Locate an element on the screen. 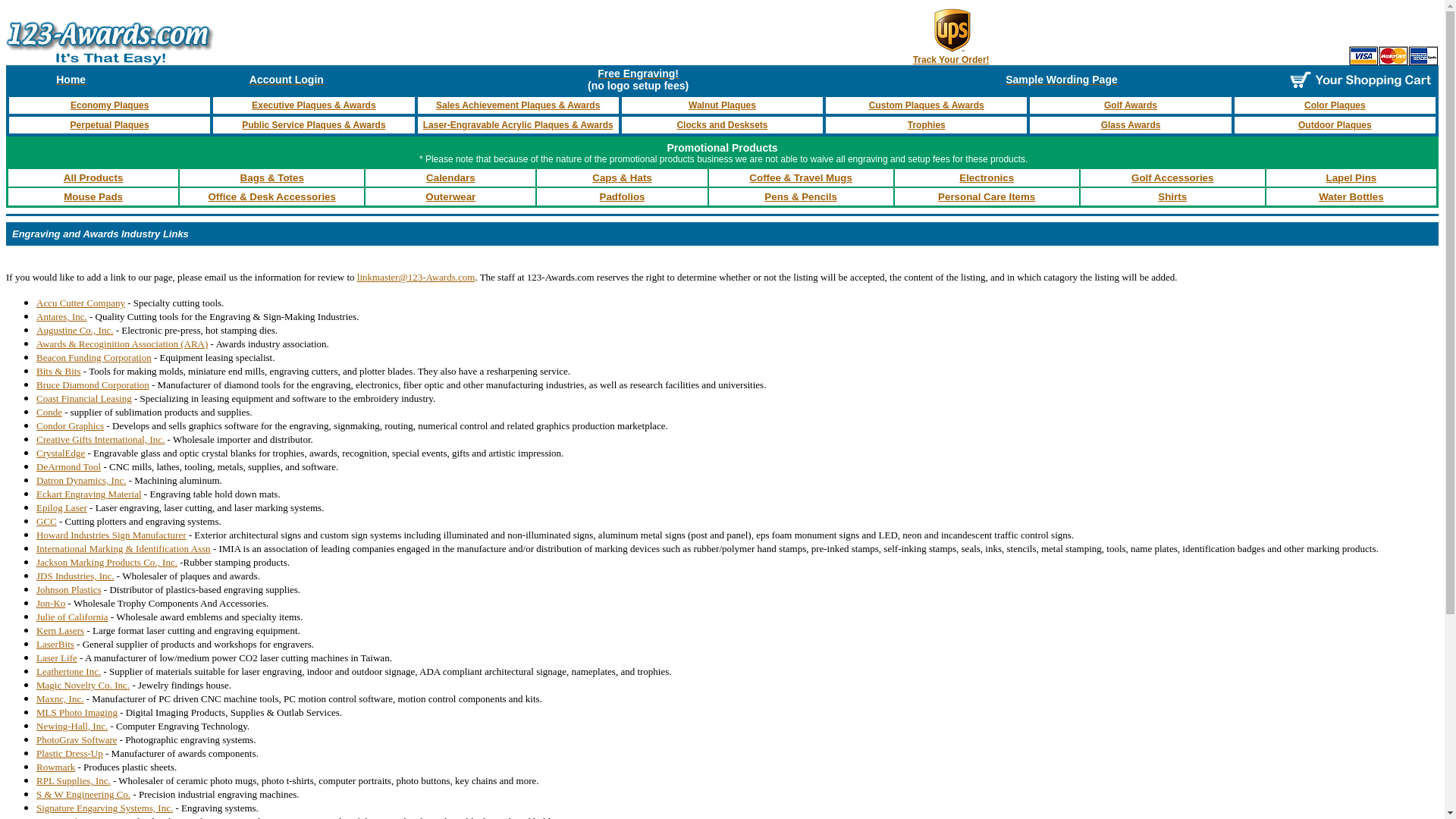  'Shirts' is located at coordinates (1171, 196).